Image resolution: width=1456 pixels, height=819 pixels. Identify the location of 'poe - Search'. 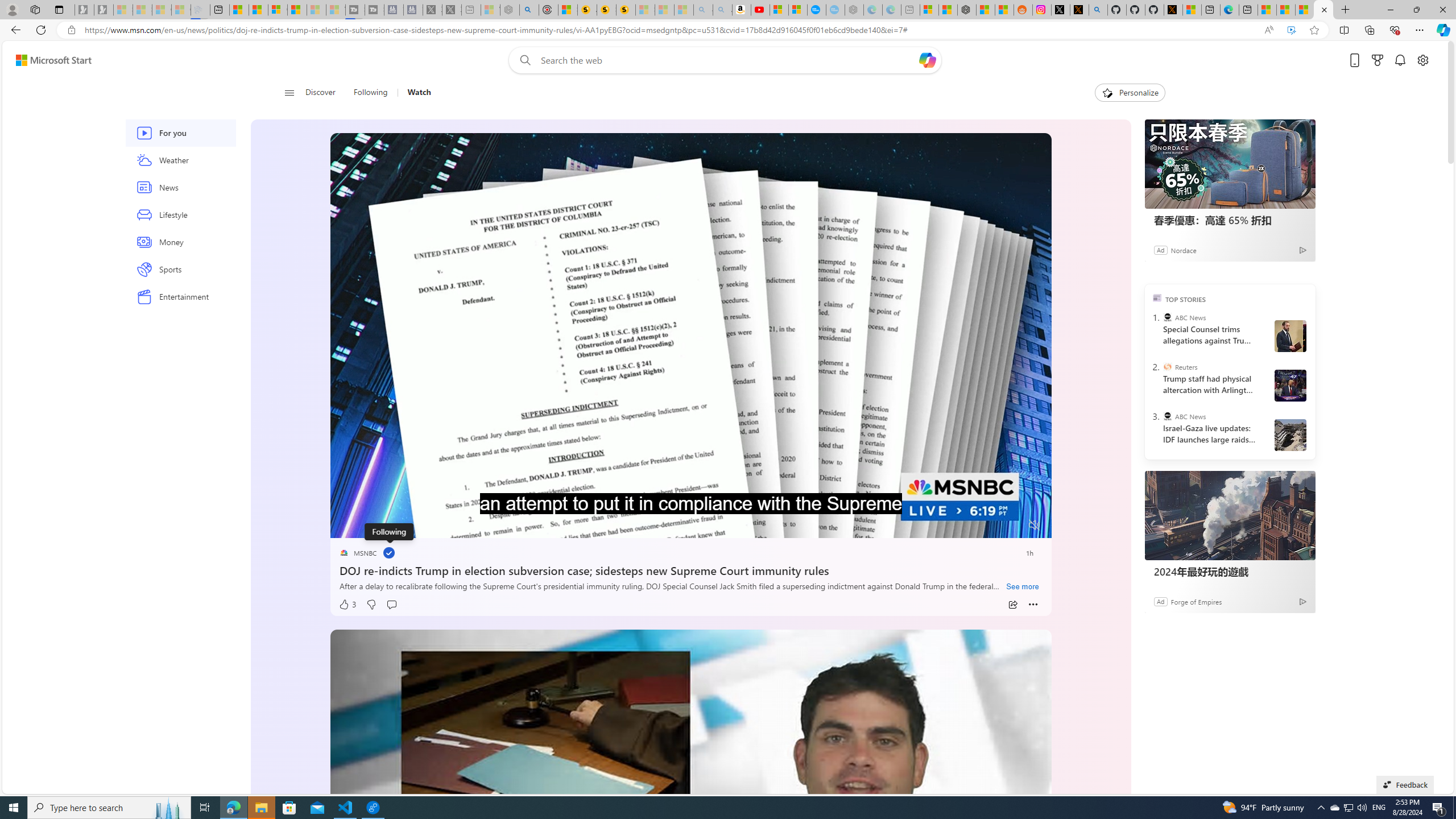
(528, 9).